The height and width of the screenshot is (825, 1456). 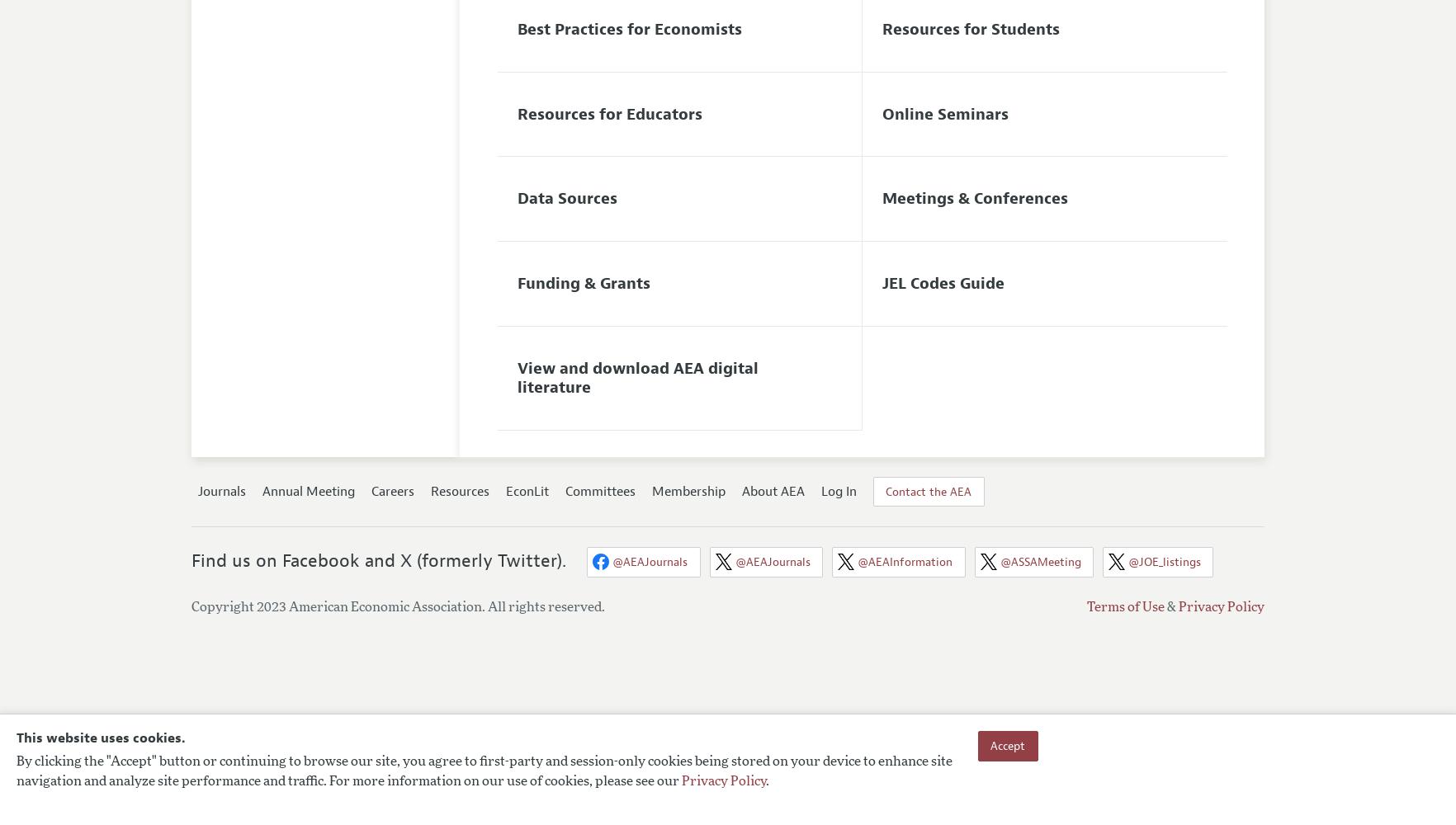 What do you see at coordinates (371, 490) in the screenshot?
I see `'Careers'` at bounding box center [371, 490].